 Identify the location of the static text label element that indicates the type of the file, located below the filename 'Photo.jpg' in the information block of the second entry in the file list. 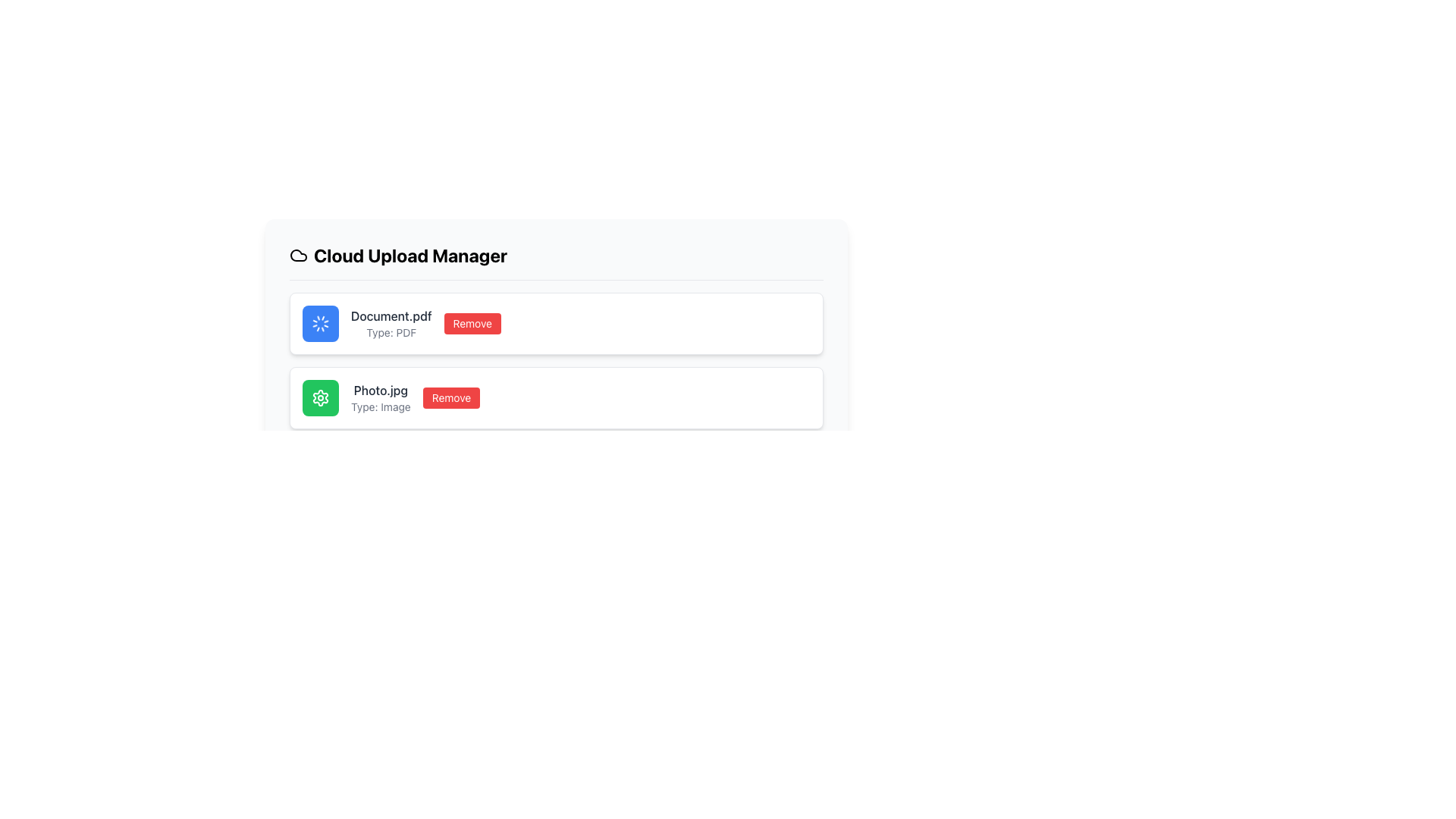
(381, 406).